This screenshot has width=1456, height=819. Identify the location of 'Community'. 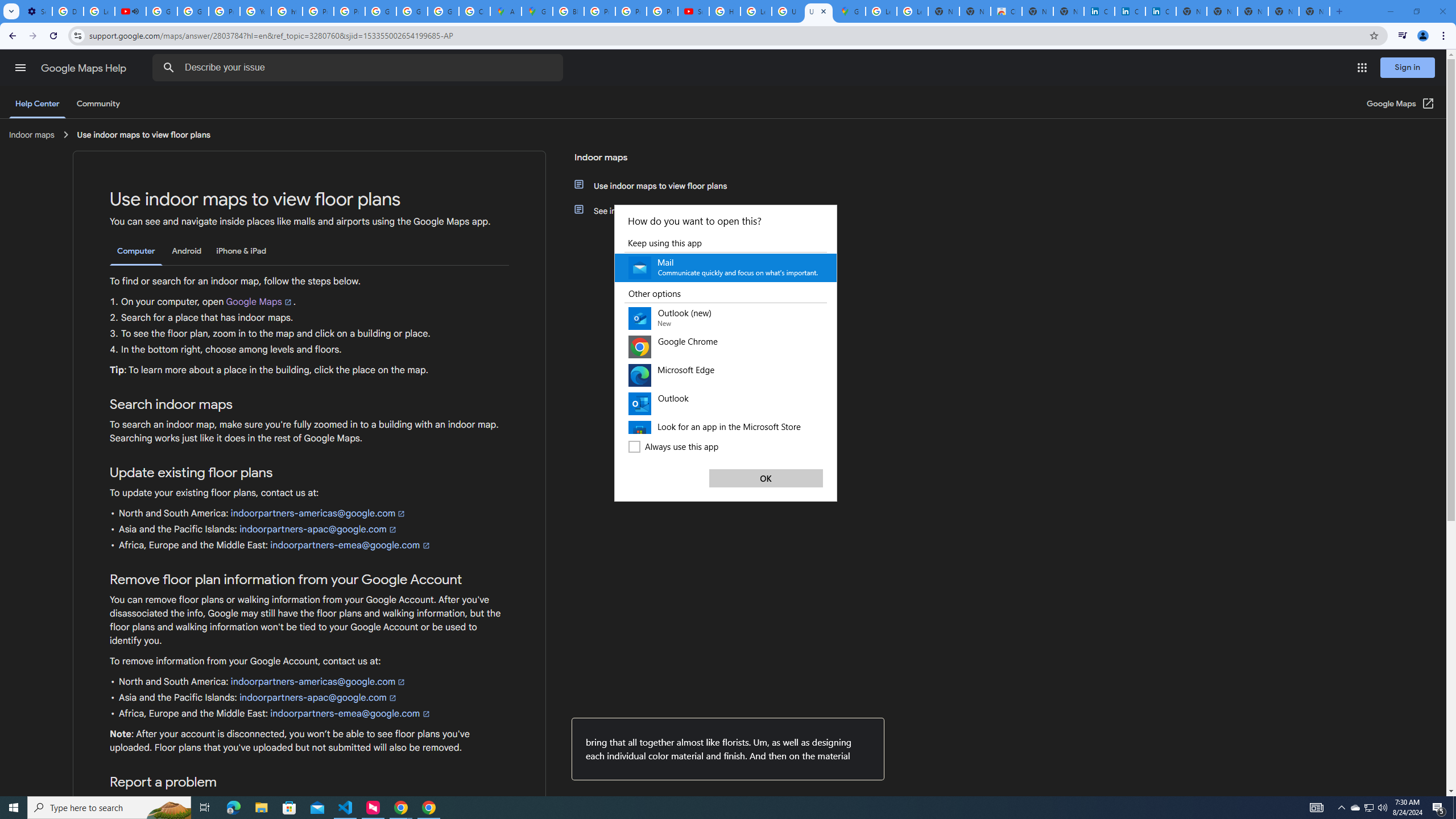
(97, 103).